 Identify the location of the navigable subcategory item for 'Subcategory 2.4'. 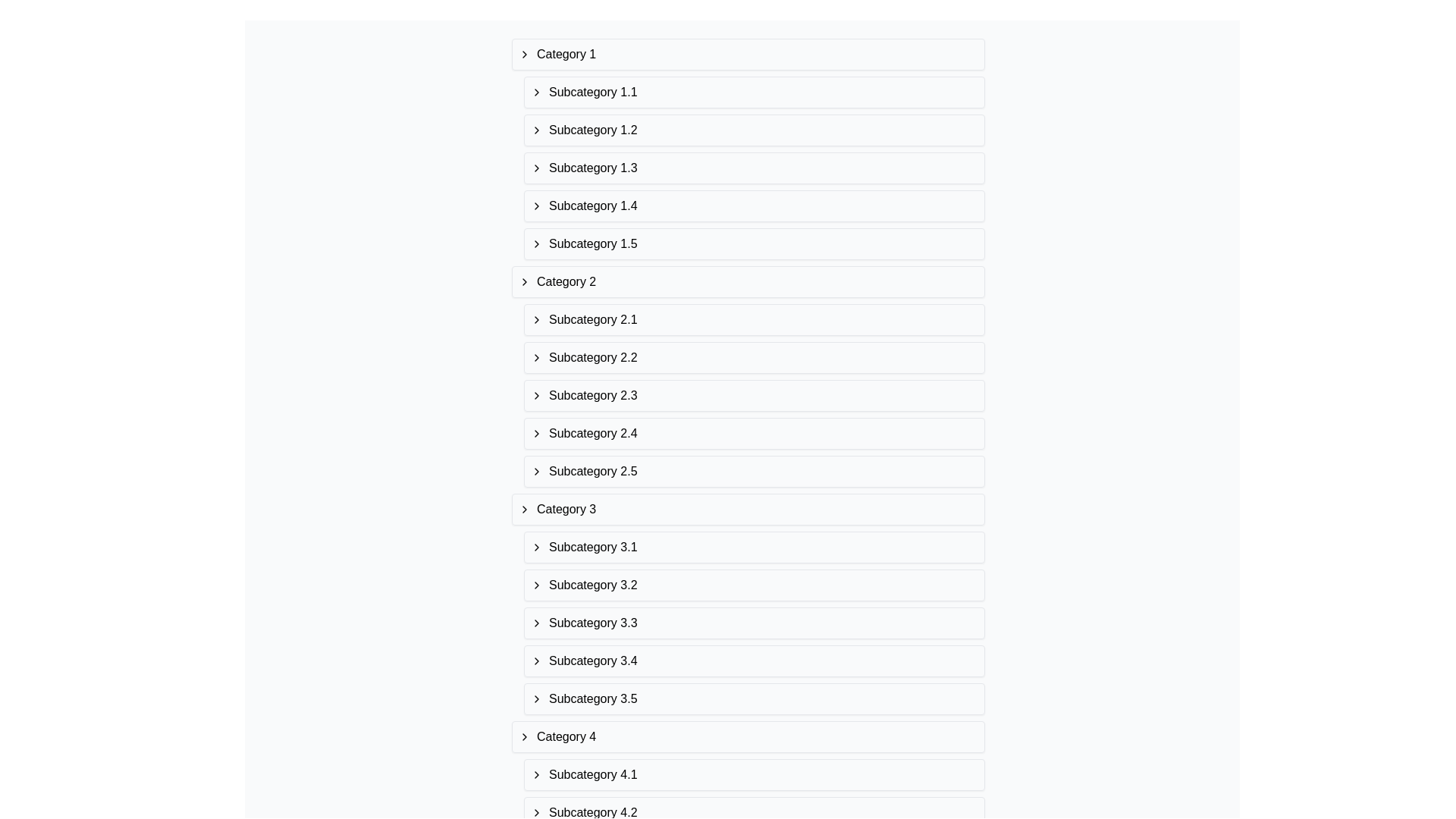
(754, 433).